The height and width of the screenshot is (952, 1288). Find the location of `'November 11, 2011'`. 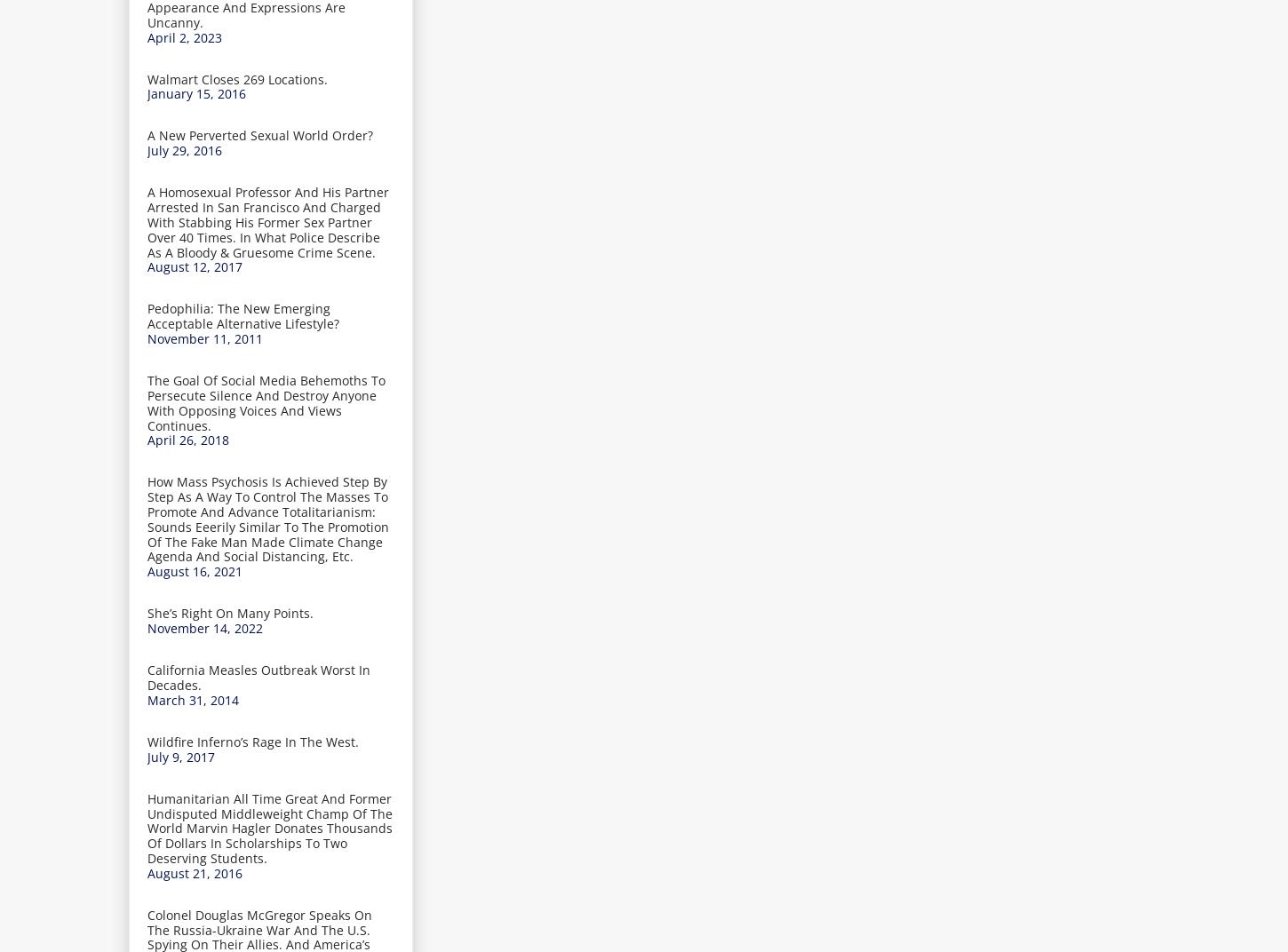

'November 11, 2011' is located at coordinates (203, 338).